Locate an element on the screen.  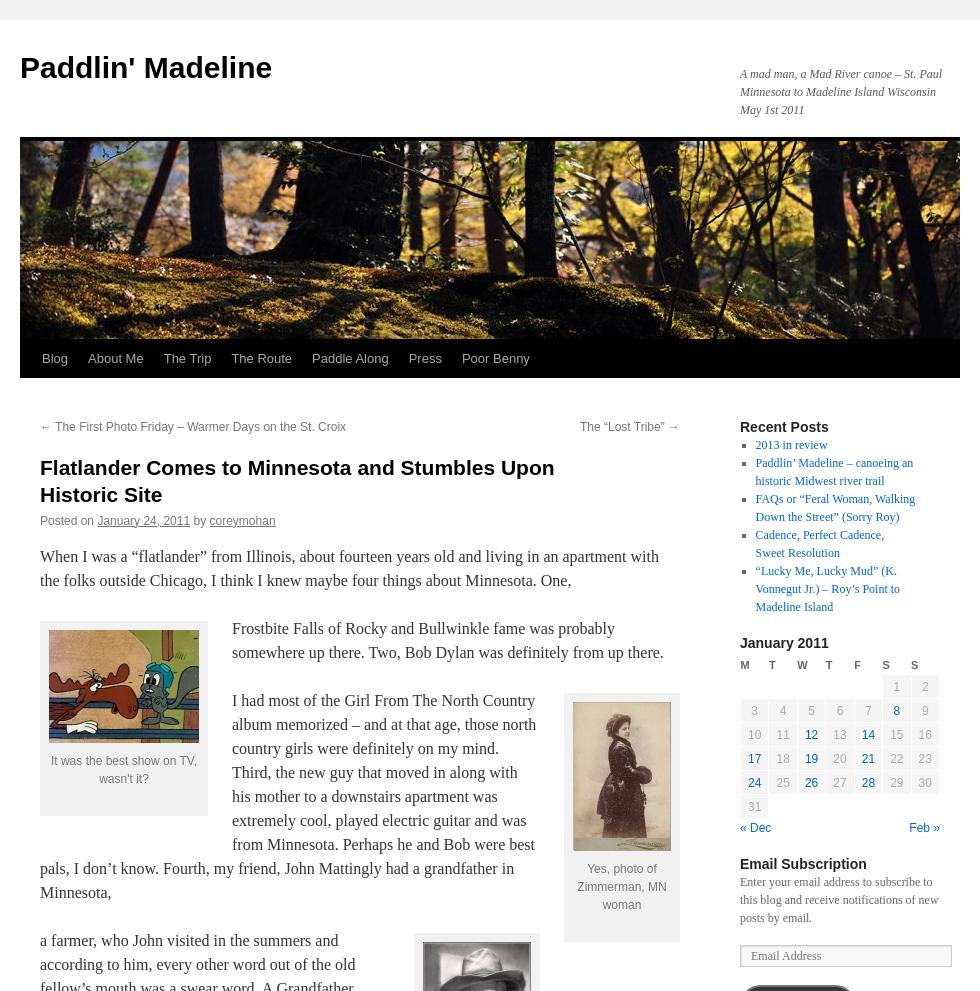
'23' is located at coordinates (924, 758).